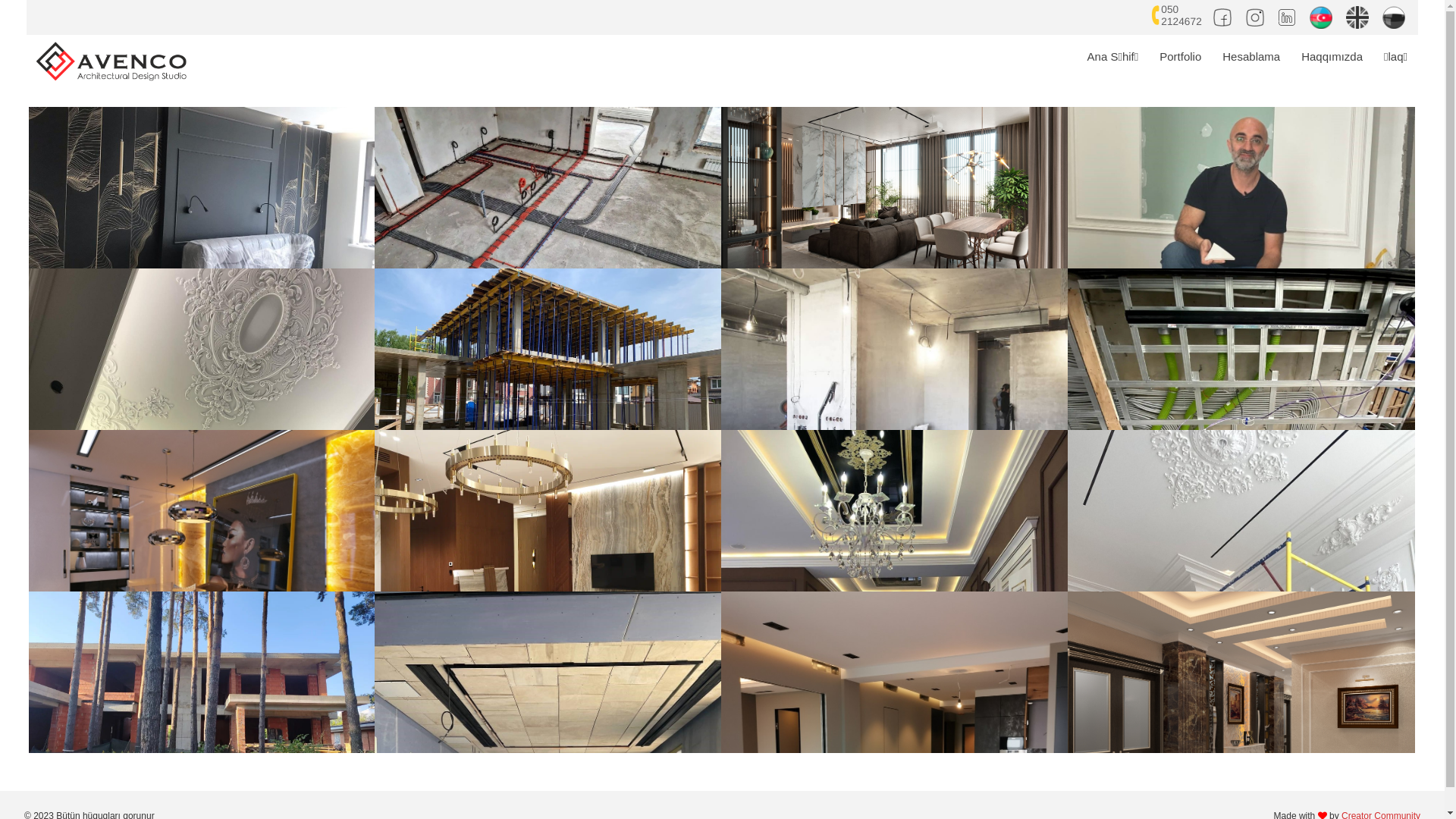 Image resolution: width=1456 pixels, height=819 pixels. I want to click on 'Lang-English', so click(1360, 14).